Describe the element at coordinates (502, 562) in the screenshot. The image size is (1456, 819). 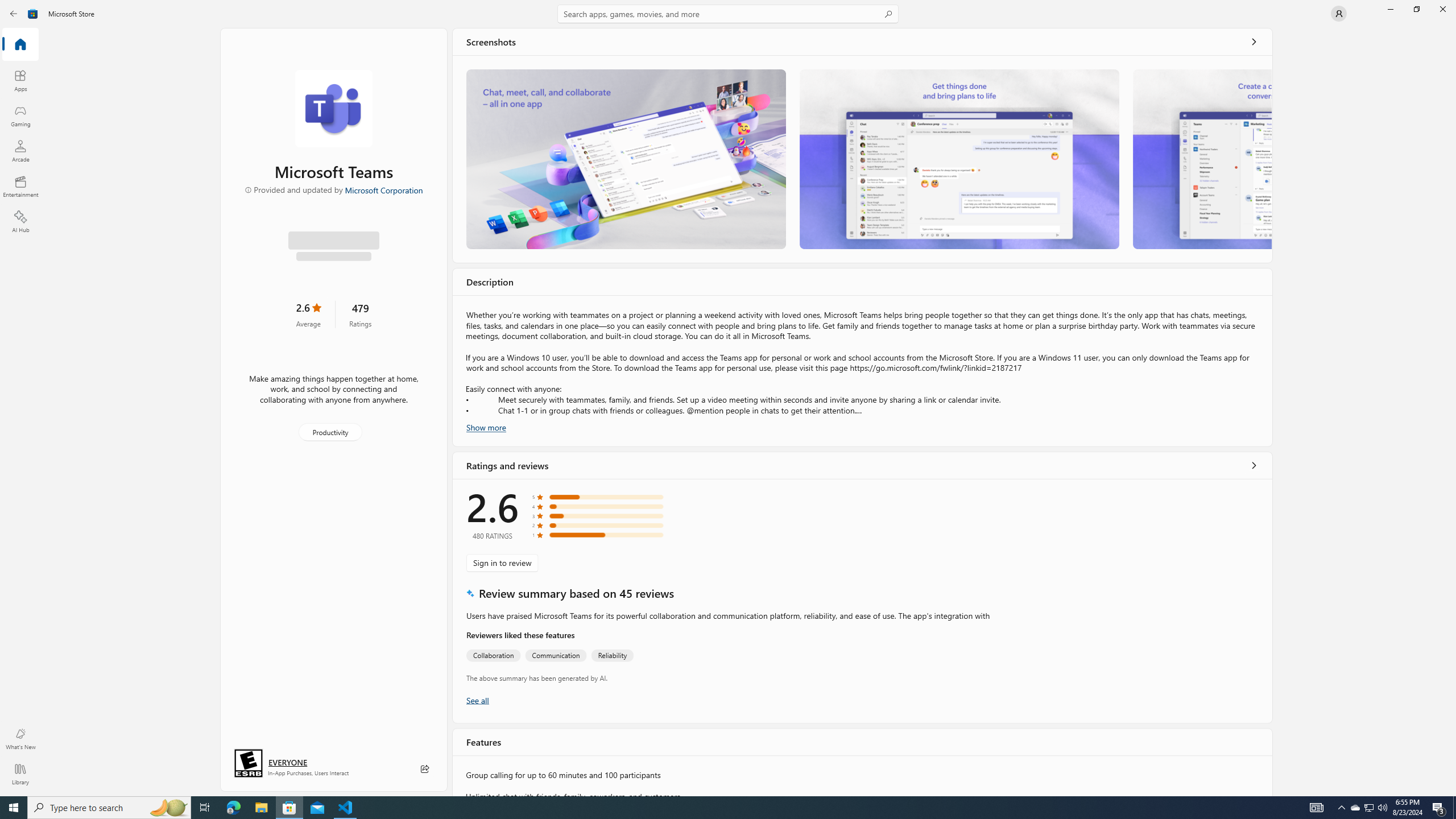
I see `'Sign in to review'` at that location.